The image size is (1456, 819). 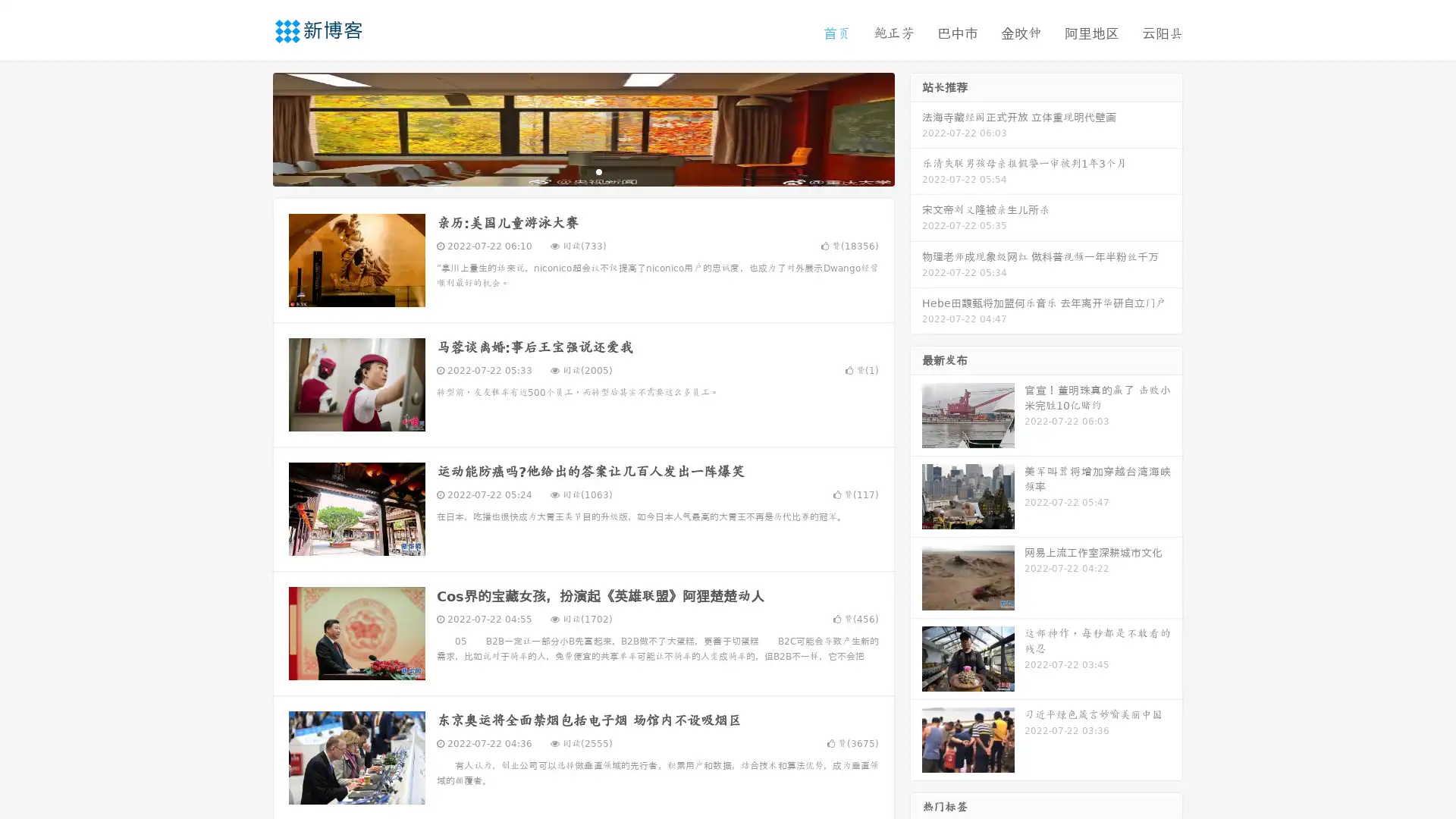 What do you see at coordinates (916, 127) in the screenshot?
I see `Next slide` at bounding box center [916, 127].